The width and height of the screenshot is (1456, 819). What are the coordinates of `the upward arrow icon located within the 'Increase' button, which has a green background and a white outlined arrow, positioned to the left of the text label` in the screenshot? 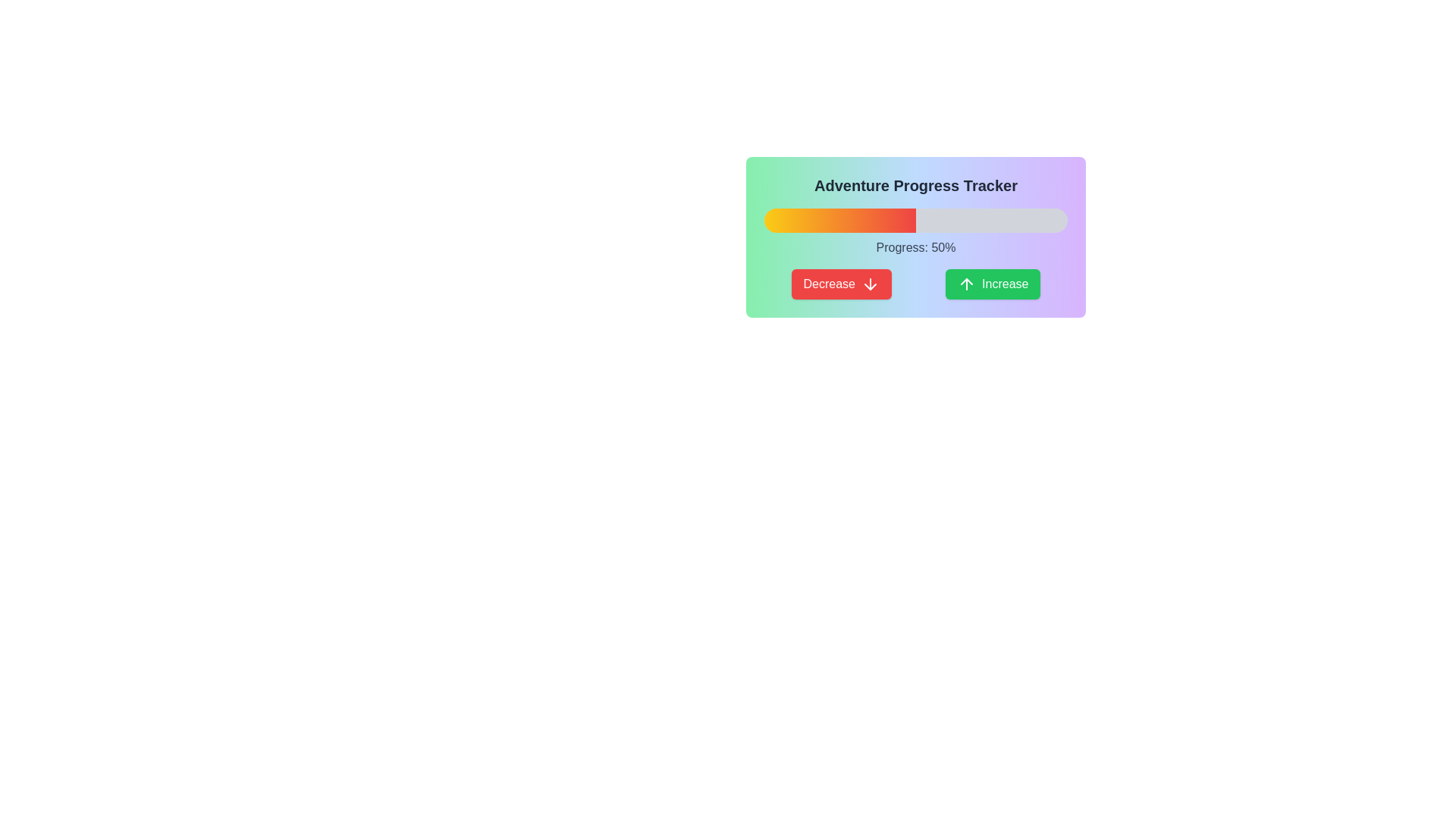 It's located at (966, 284).